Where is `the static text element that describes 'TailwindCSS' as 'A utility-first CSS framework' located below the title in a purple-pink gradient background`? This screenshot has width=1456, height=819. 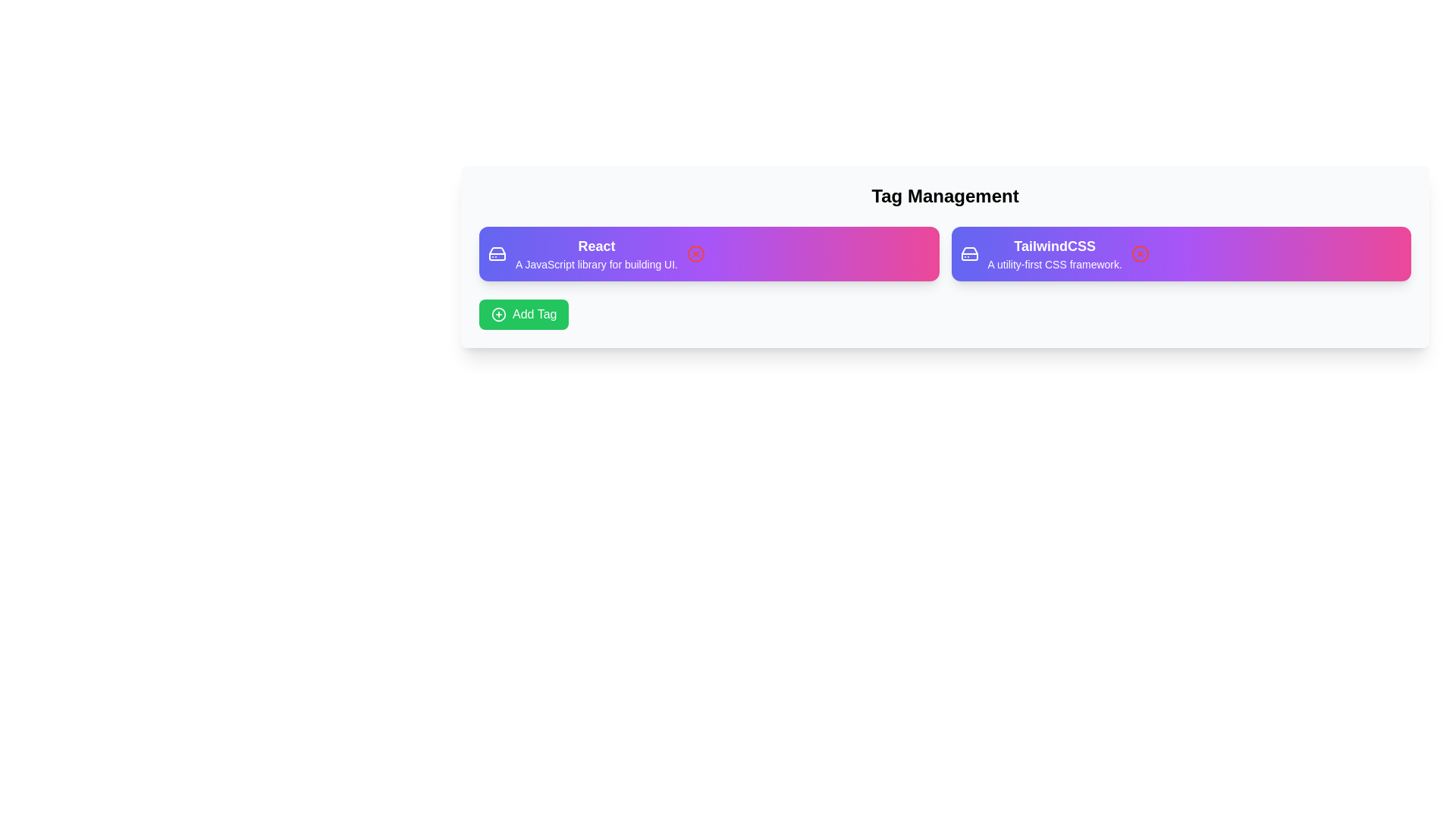 the static text element that describes 'TailwindCSS' as 'A utility-first CSS framework' located below the title in a purple-pink gradient background is located at coordinates (1054, 263).